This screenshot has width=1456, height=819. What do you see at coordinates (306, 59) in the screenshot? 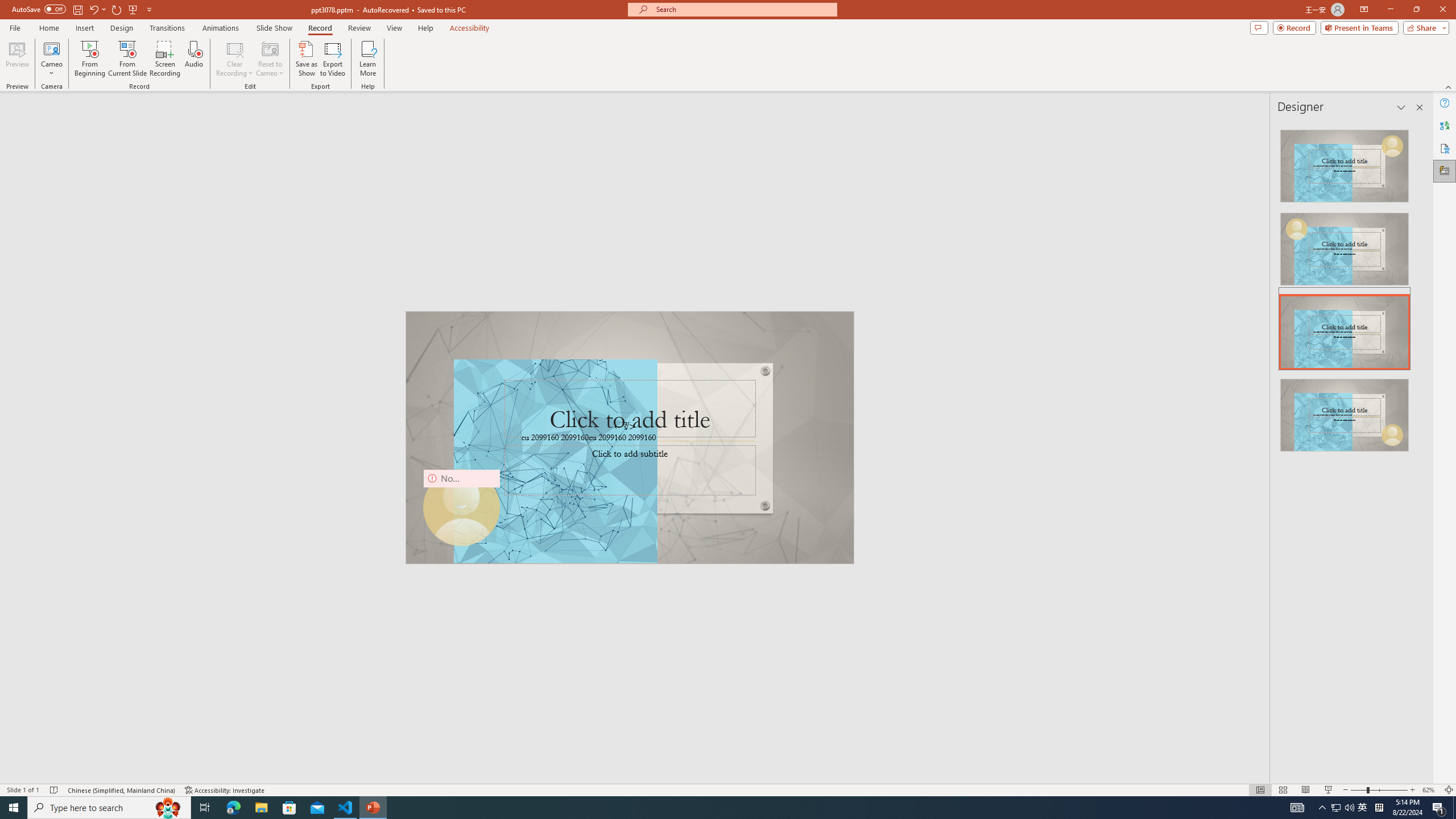
I see `'Save as Show'` at bounding box center [306, 59].